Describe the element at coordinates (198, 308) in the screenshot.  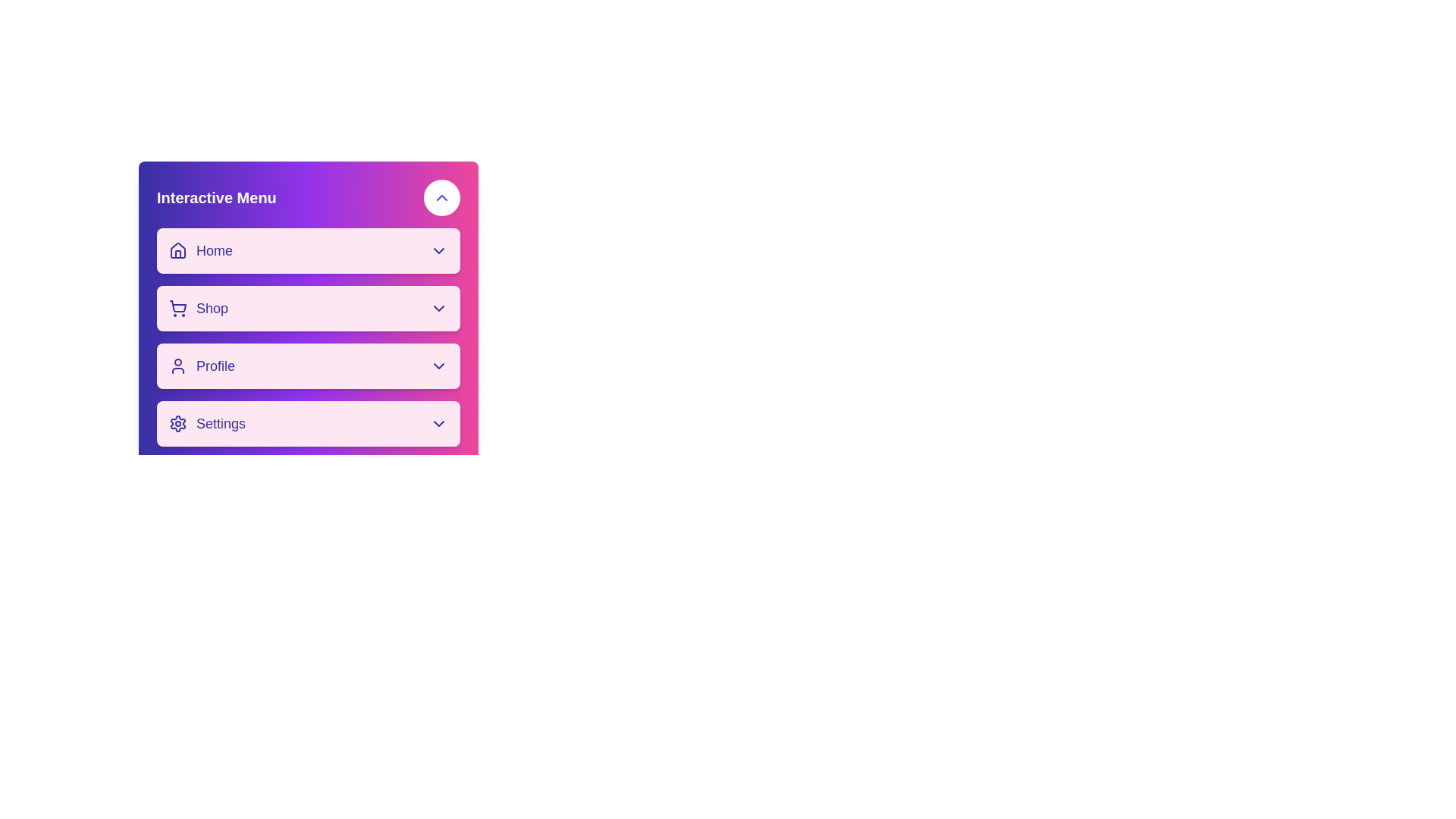
I see `the second menu item in the vertical list, located below 'Home' and above 'Profile'` at that location.